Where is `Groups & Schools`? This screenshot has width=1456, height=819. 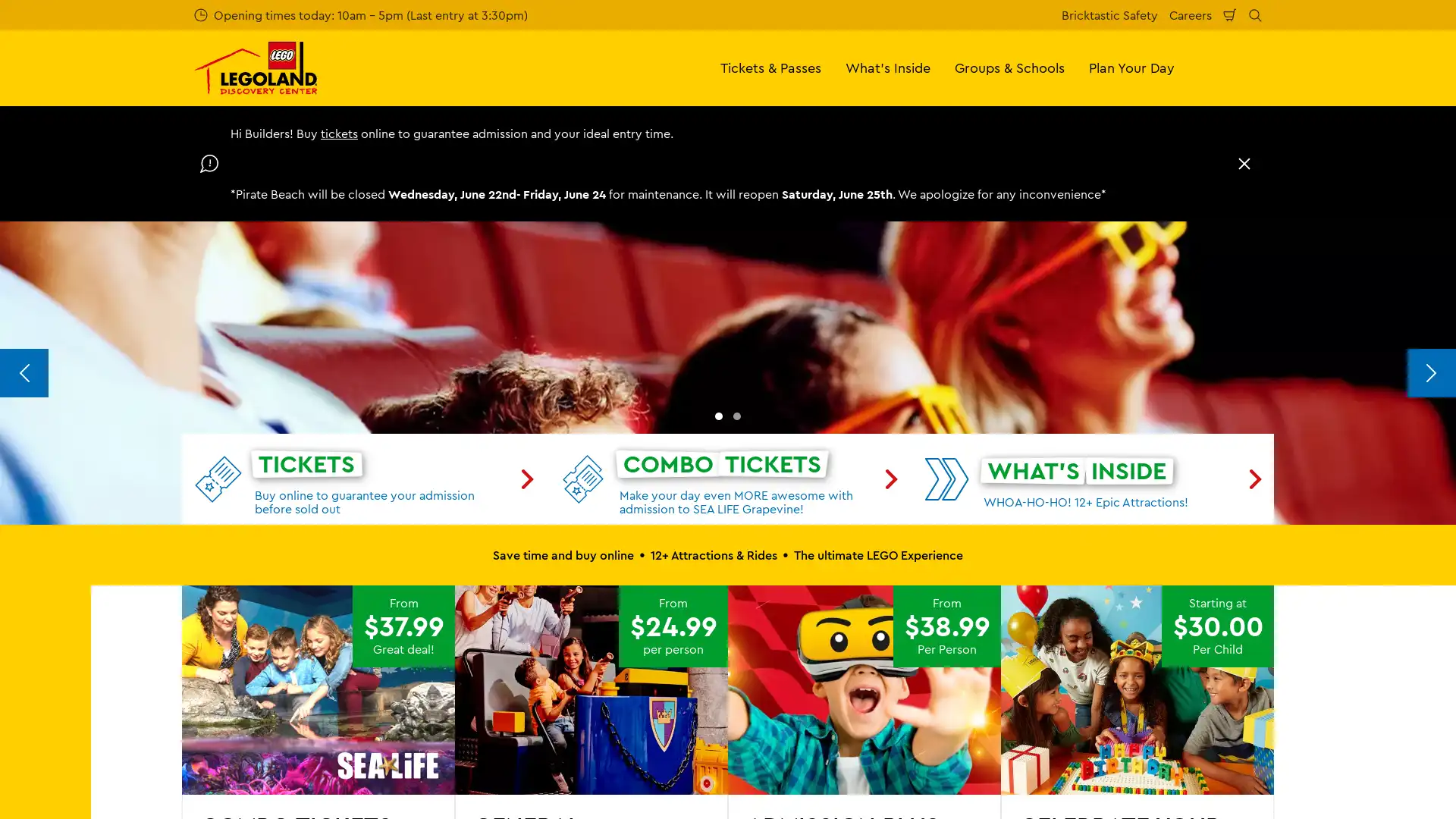
Groups & Schools is located at coordinates (1009, 67).